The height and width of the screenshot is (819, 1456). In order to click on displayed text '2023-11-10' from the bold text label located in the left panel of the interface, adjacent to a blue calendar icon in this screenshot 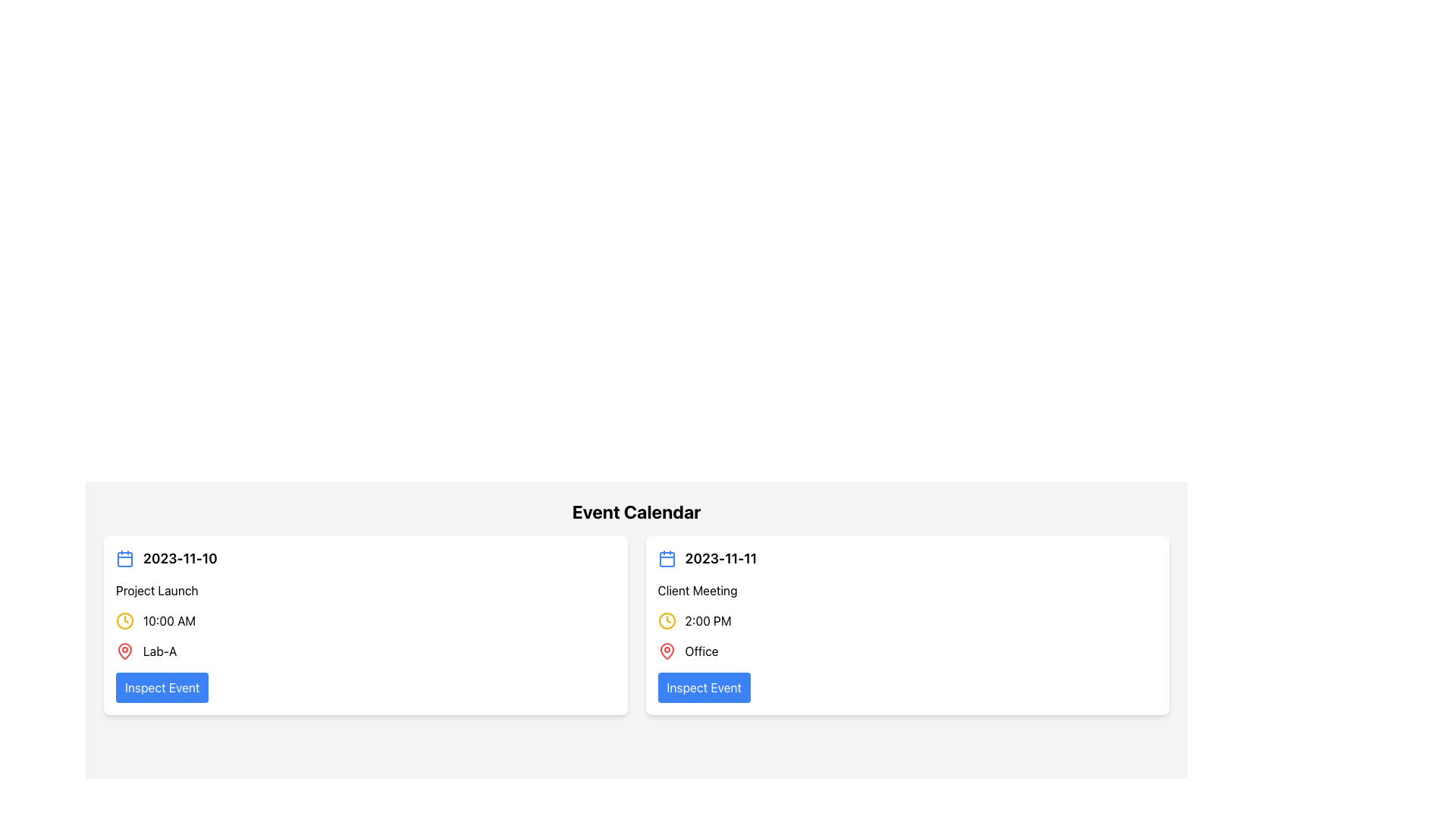, I will do `click(180, 558)`.